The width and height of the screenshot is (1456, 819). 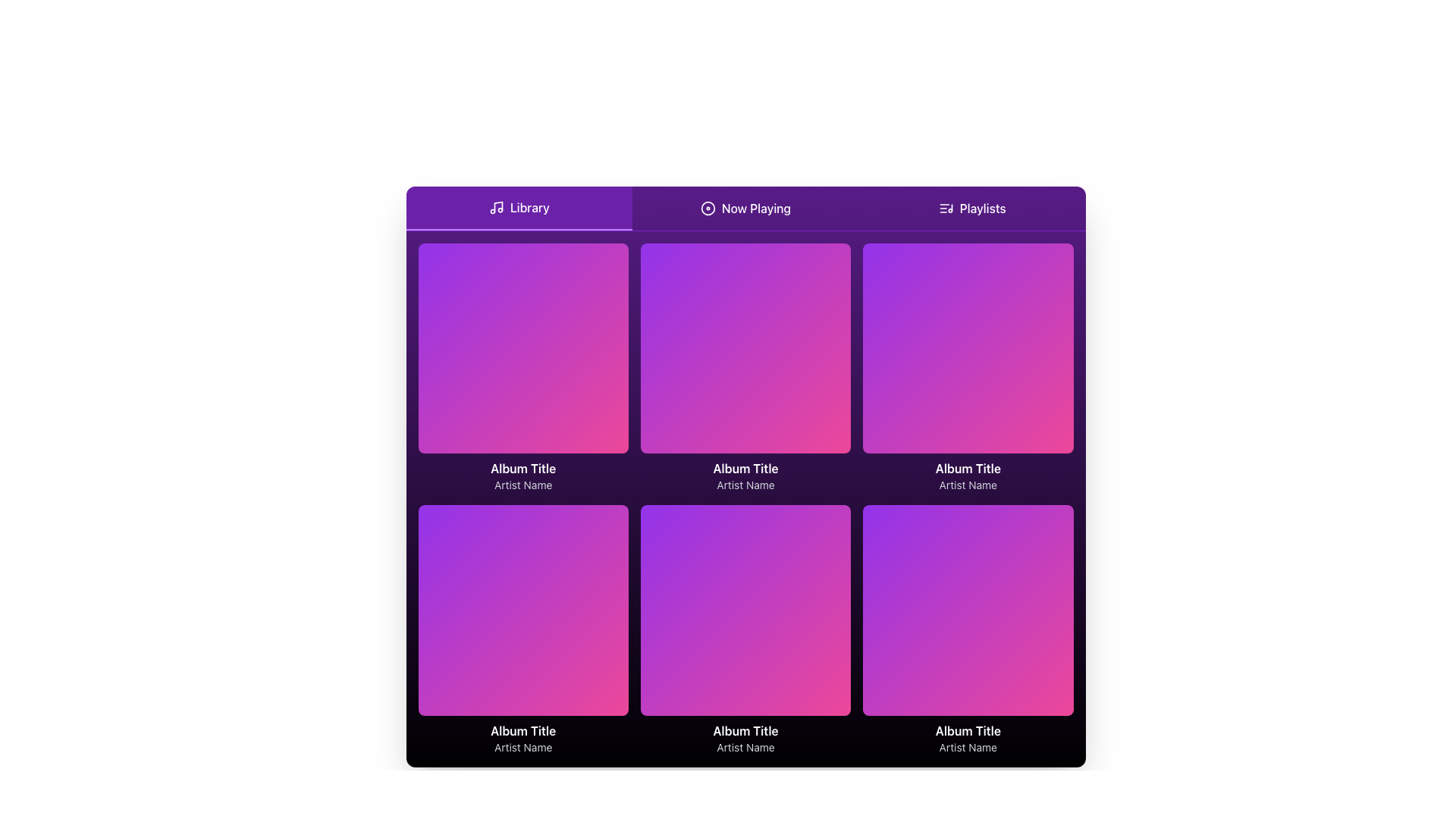 What do you see at coordinates (745, 737) in the screenshot?
I see `the Text and label component that displays the title and artist of an album, located in the bottom row and middle column of the grid layout` at bounding box center [745, 737].